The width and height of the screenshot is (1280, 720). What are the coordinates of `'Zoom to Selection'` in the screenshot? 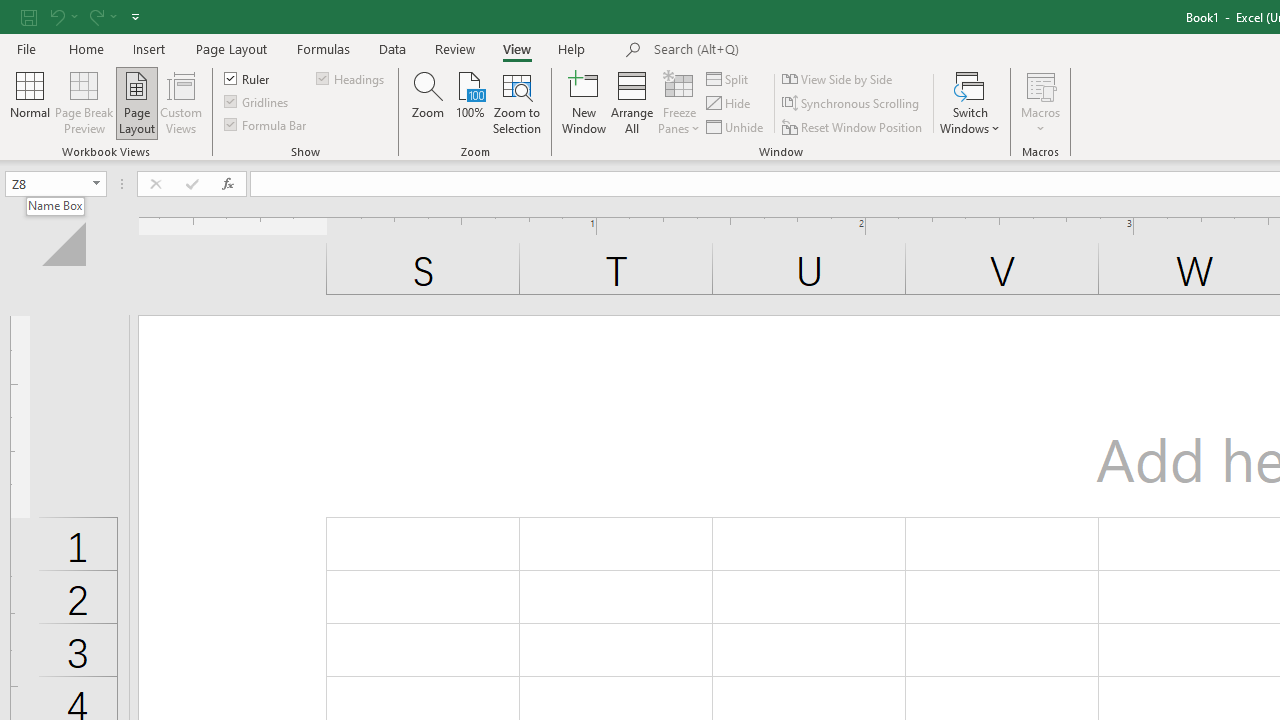 It's located at (517, 103).